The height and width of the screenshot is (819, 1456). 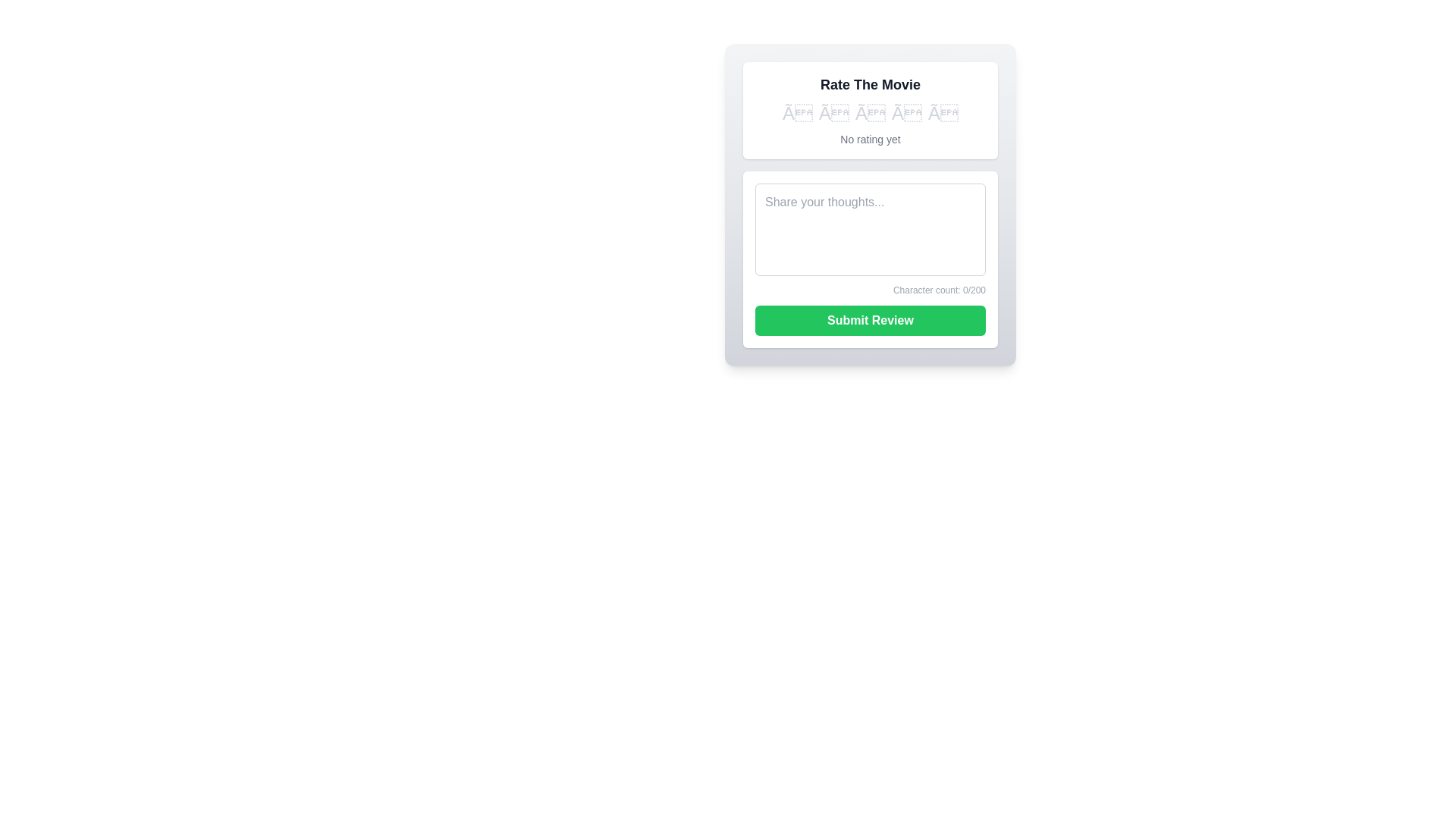 I want to click on the star corresponding to 4 to set the movie rating, so click(x=906, y=113).